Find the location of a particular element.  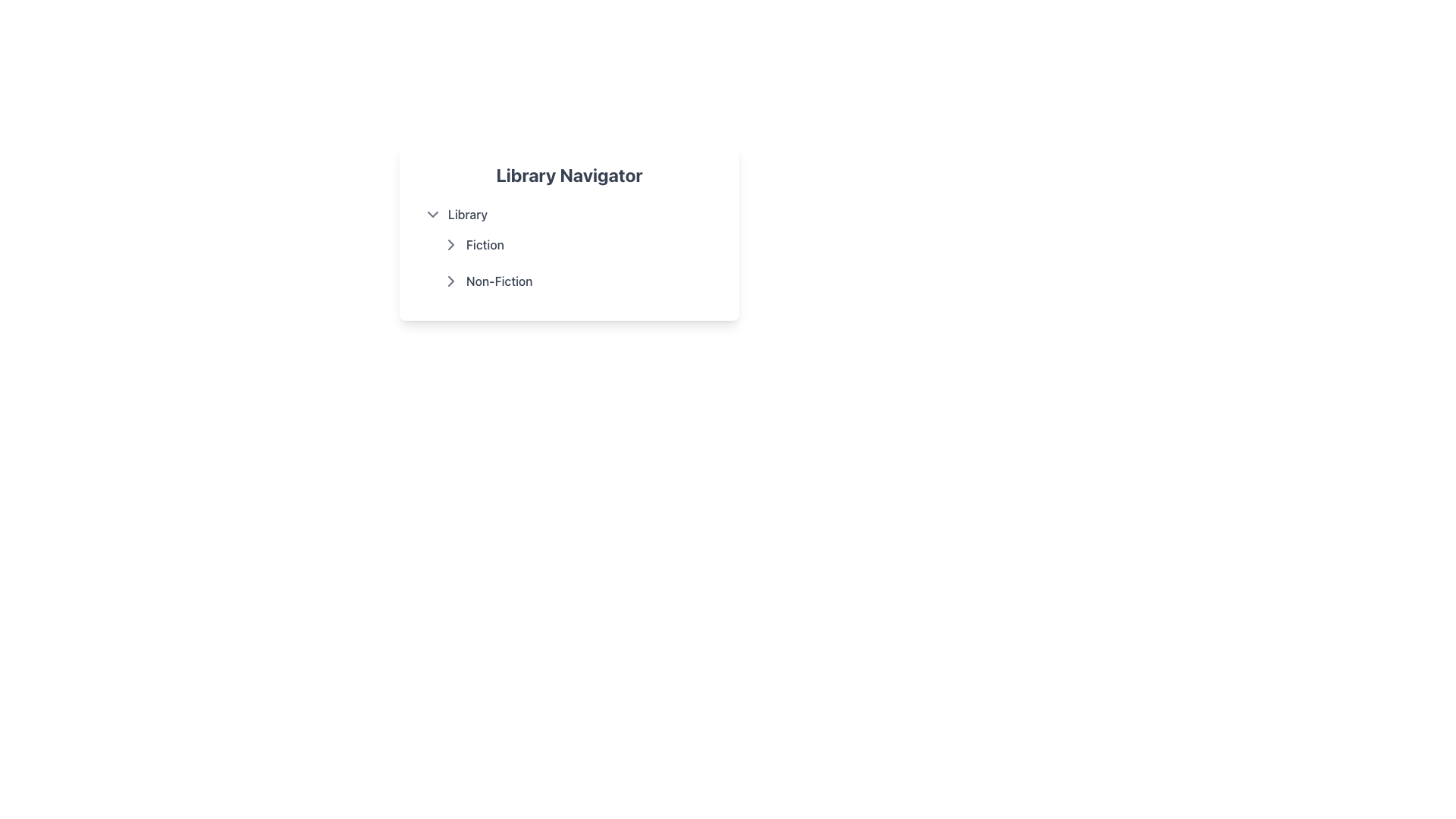

the middle navigation menu item labeled 'Fiction' in the Library Navigator, which is part of a hierarchical navigation structure is located at coordinates (568, 247).